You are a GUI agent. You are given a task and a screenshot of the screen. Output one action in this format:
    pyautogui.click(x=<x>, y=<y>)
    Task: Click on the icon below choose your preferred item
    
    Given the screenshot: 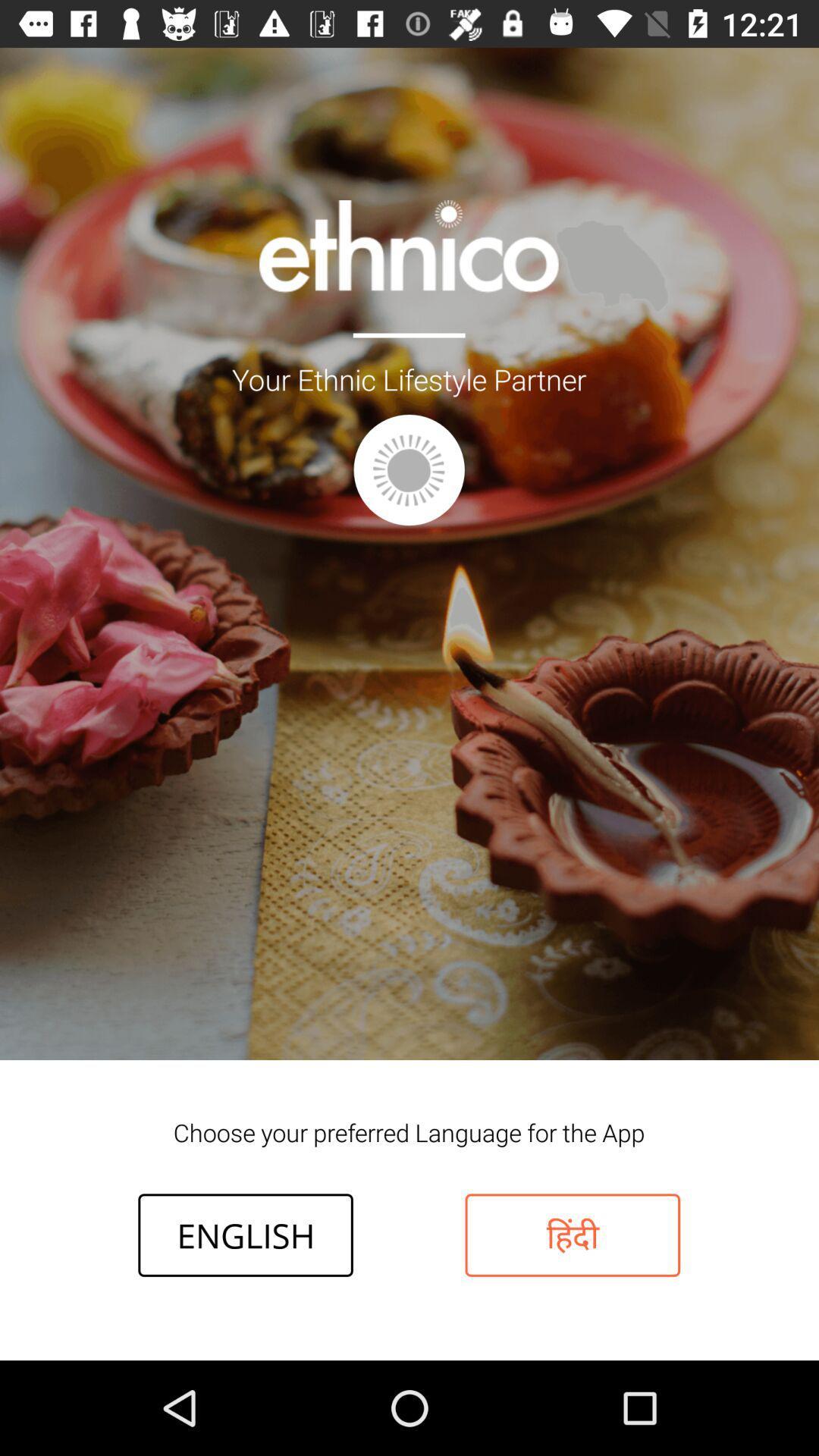 What is the action you would take?
    pyautogui.click(x=245, y=1235)
    